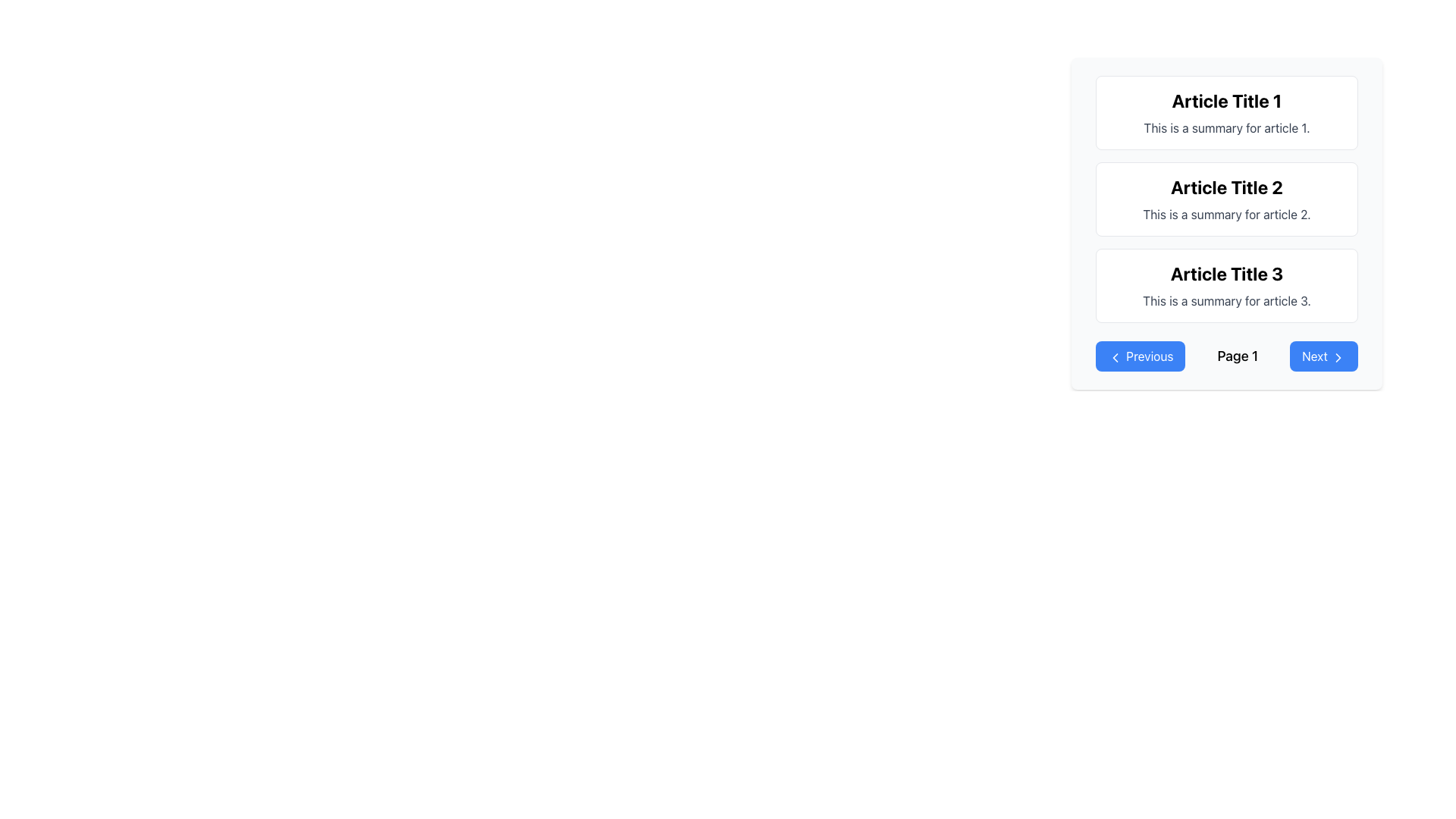 The image size is (1456, 819). Describe the element at coordinates (1338, 357) in the screenshot. I see `the icon located at the far right of the 'Next' button, adjacent to the label 'Next'` at that location.